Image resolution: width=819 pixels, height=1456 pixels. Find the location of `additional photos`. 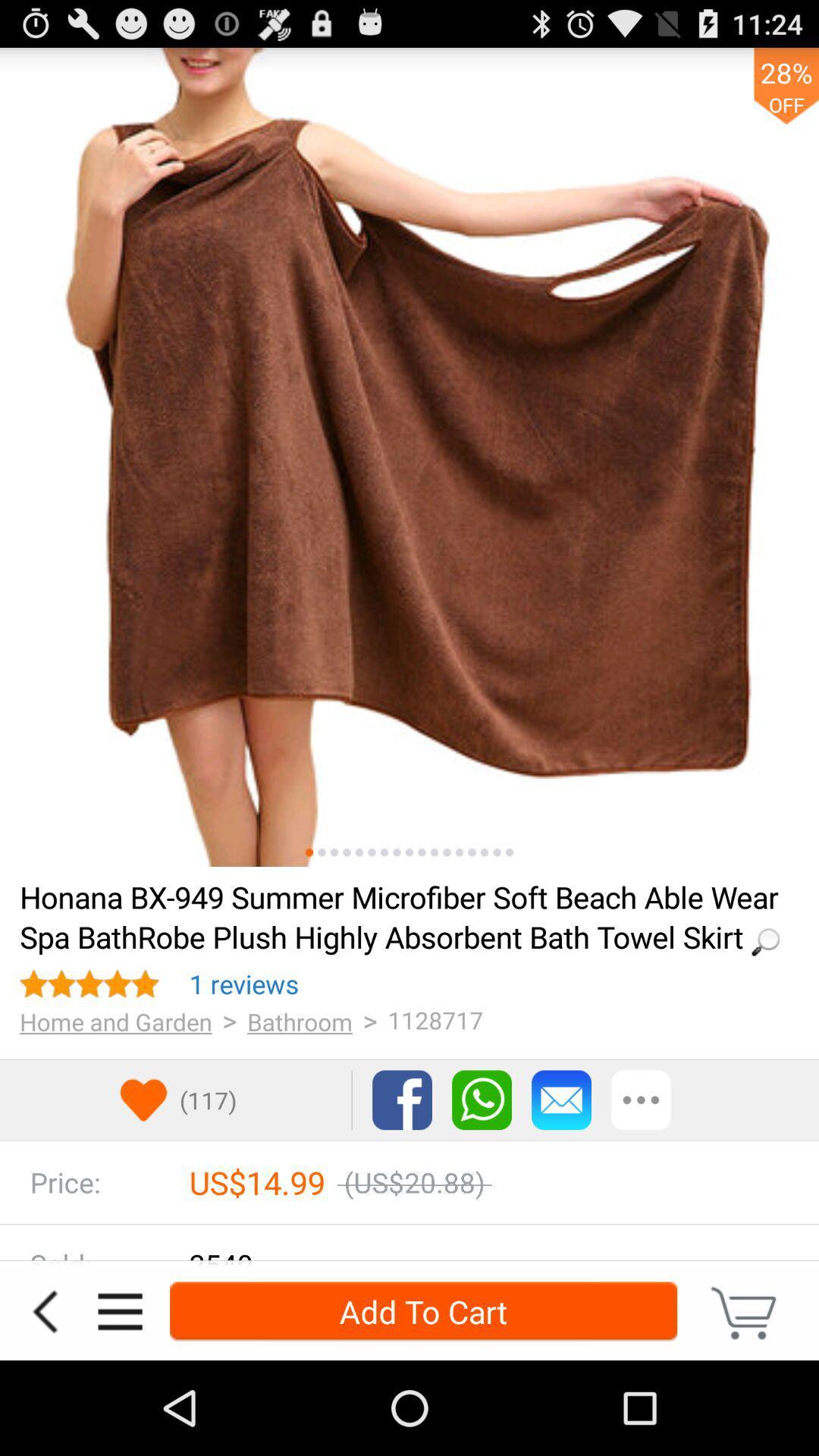

additional photos is located at coordinates (458, 852).